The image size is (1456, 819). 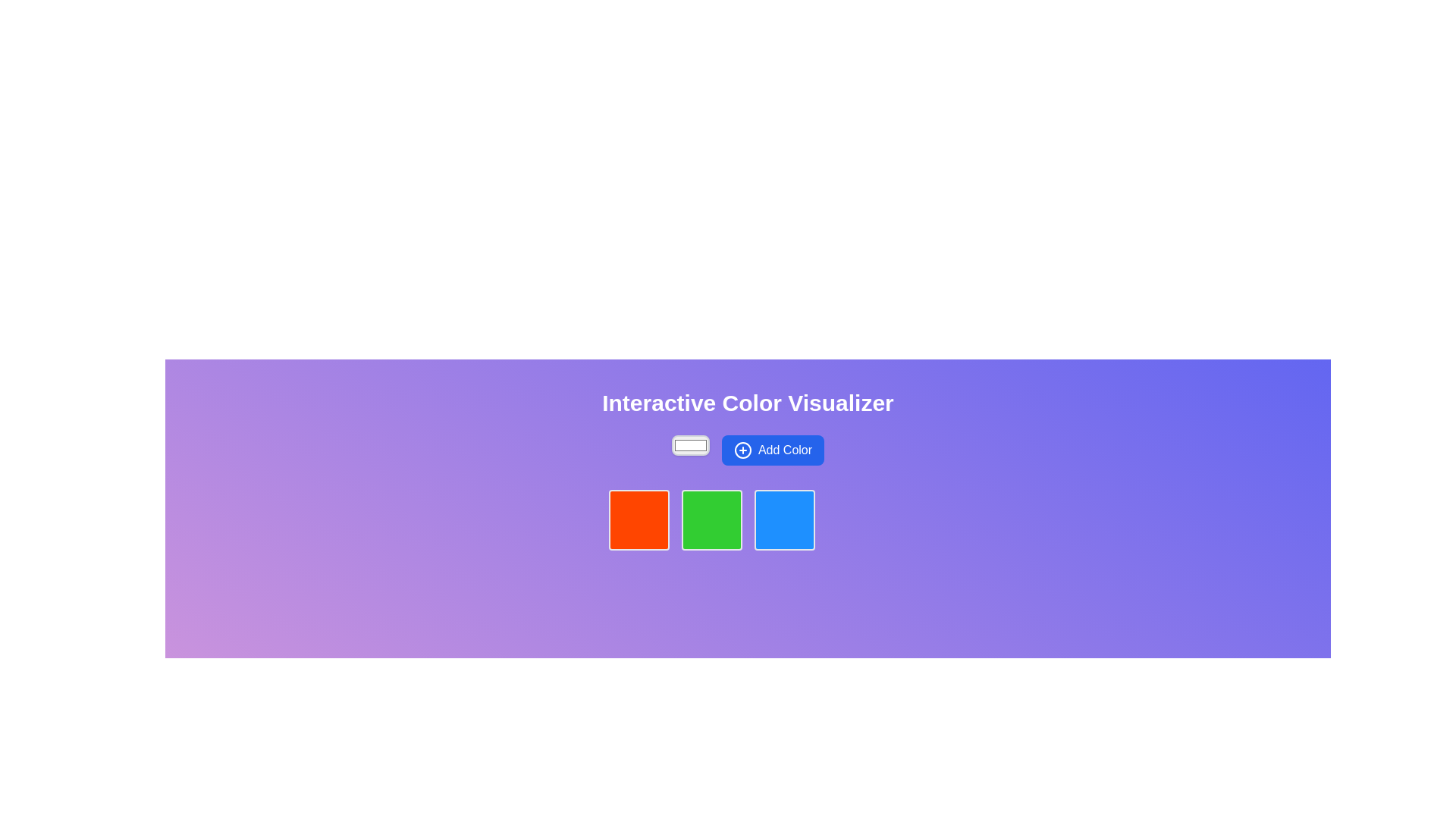 What do you see at coordinates (689, 444) in the screenshot?
I see `the rectangular color picker with rounded edges and shadow effect, which is the leftmost item in the 'Add Color' group` at bounding box center [689, 444].